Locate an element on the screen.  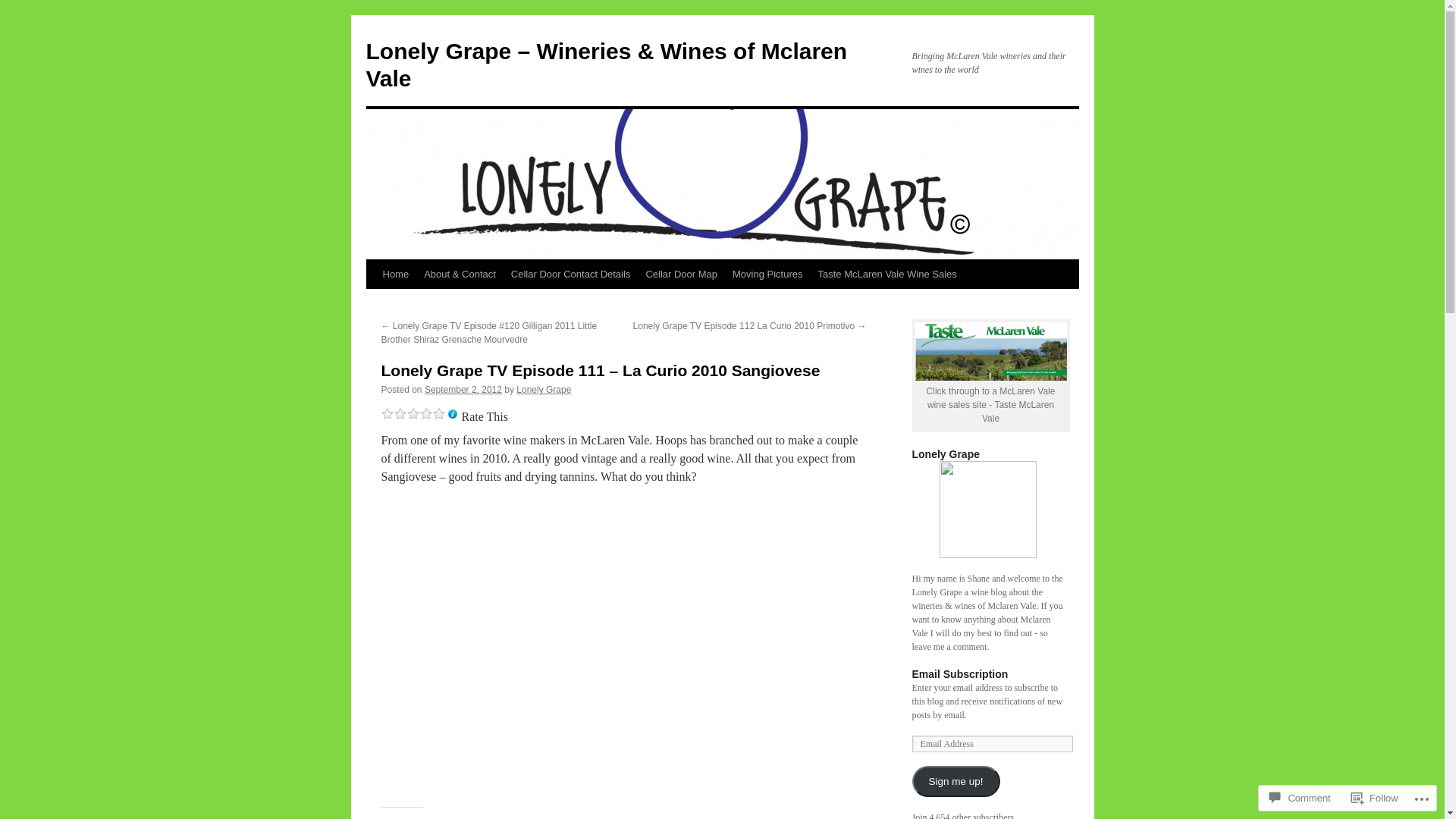
'Sign me up!' is located at coordinates (954, 781).